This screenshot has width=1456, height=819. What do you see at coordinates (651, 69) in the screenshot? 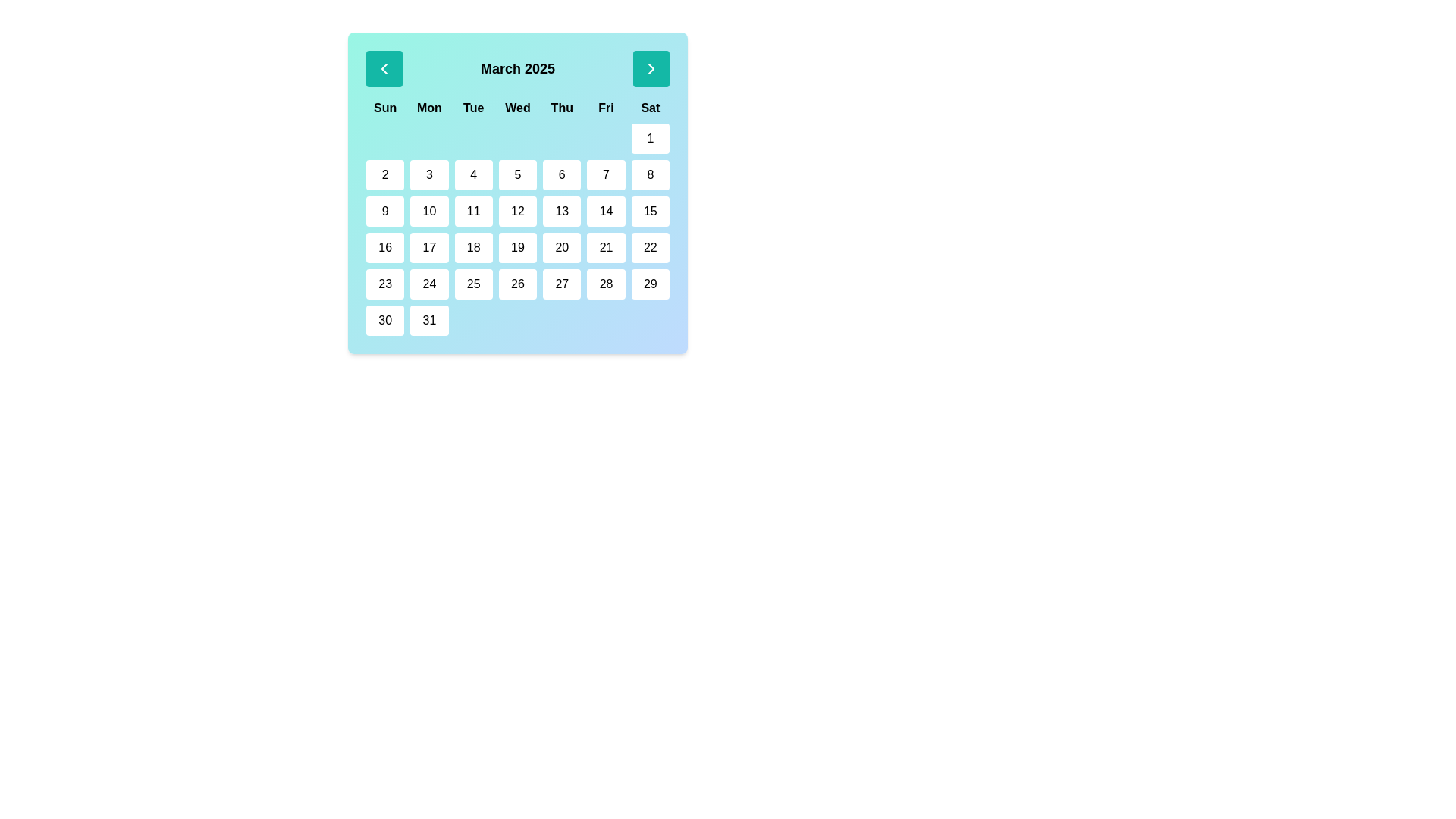
I see `the 'next' navigation icon located at the top-right corner of the calendar interface to advance to the subsequent month` at bounding box center [651, 69].